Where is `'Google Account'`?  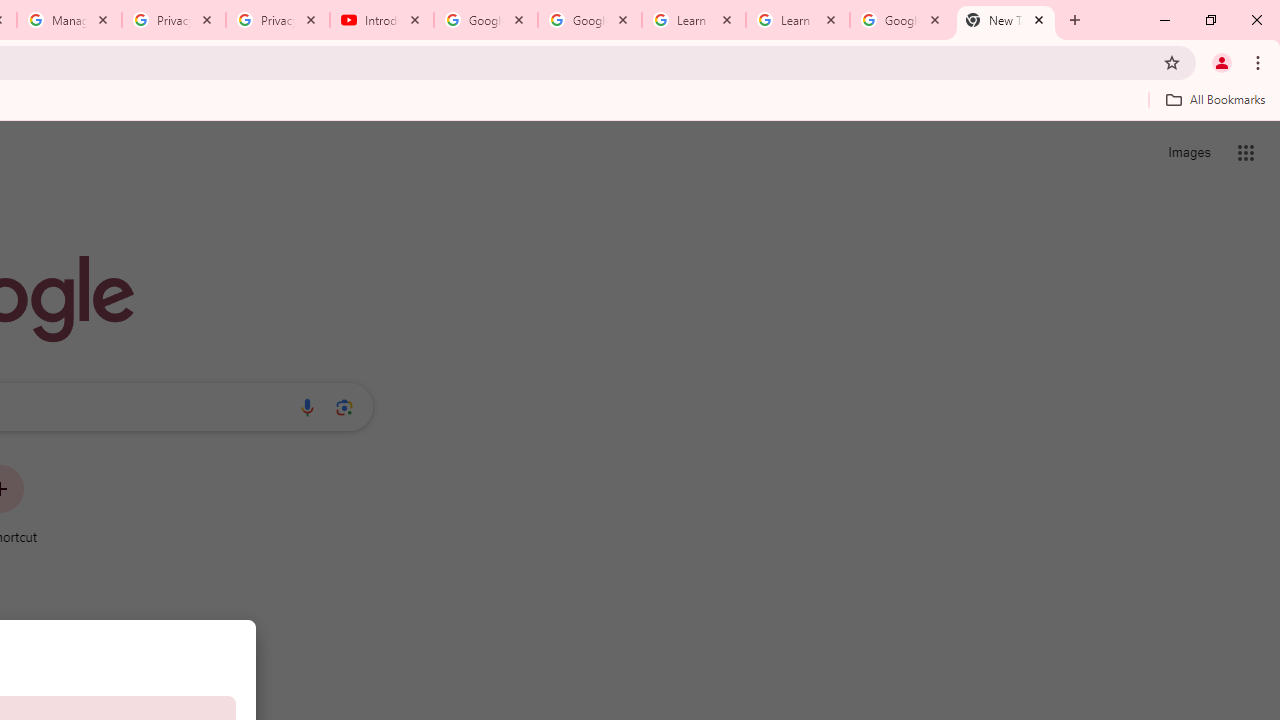 'Google Account' is located at coordinates (900, 20).